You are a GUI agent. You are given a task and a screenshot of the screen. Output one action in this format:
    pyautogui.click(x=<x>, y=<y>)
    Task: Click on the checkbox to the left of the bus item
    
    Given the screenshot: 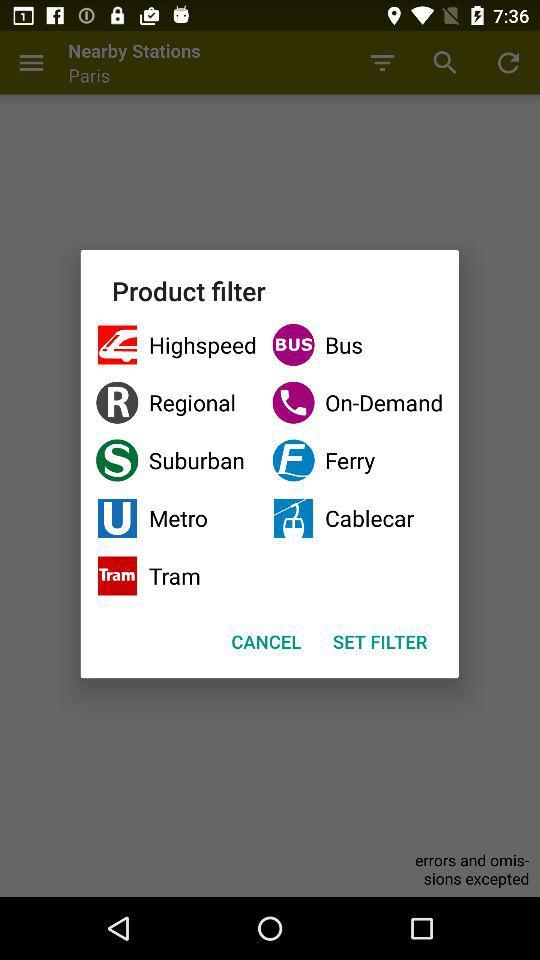 What is the action you would take?
    pyautogui.click(x=176, y=401)
    